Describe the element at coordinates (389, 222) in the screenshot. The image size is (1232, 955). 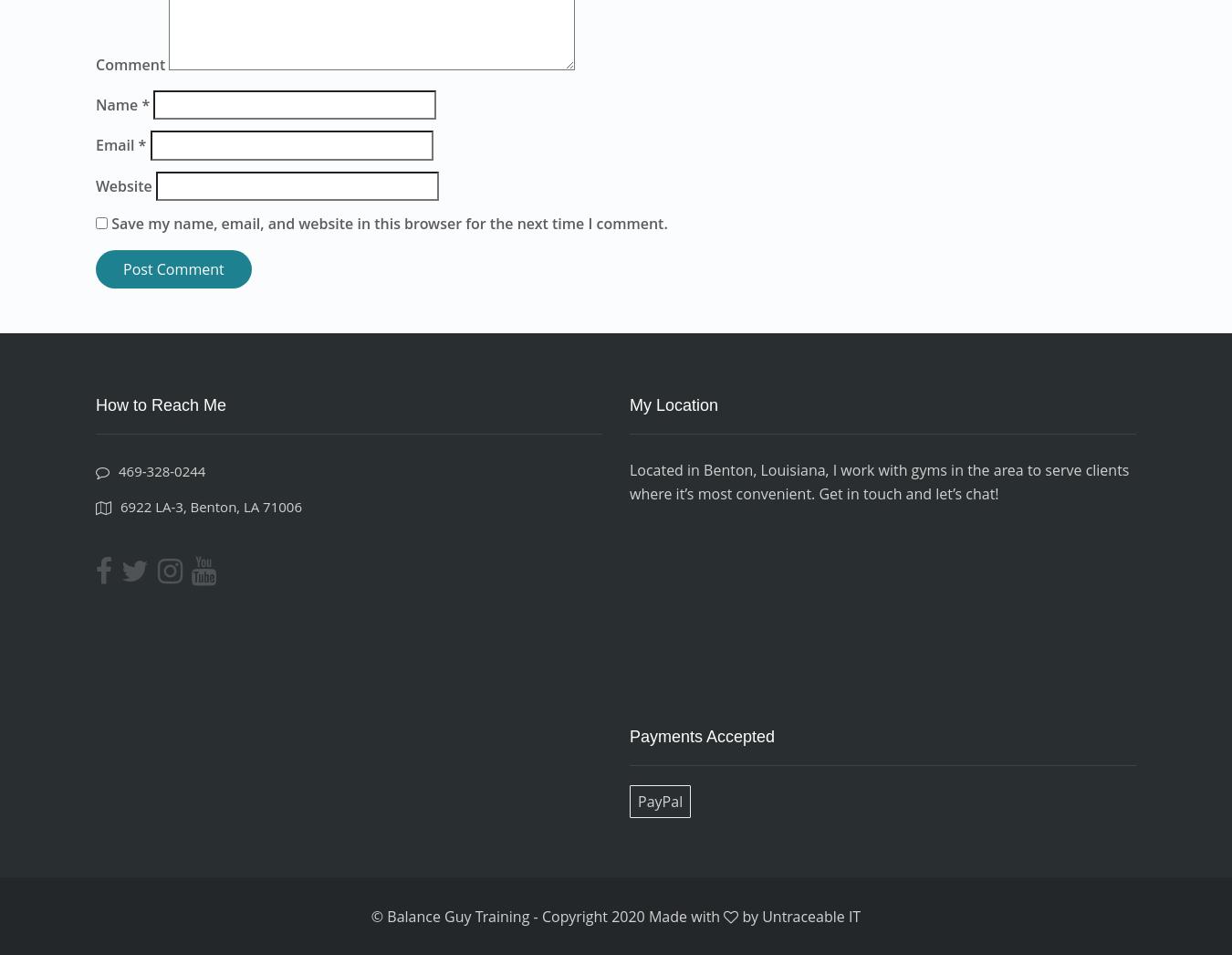
I see `'Save my name, email, and website in this browser for the next time I comment.'` at that location.